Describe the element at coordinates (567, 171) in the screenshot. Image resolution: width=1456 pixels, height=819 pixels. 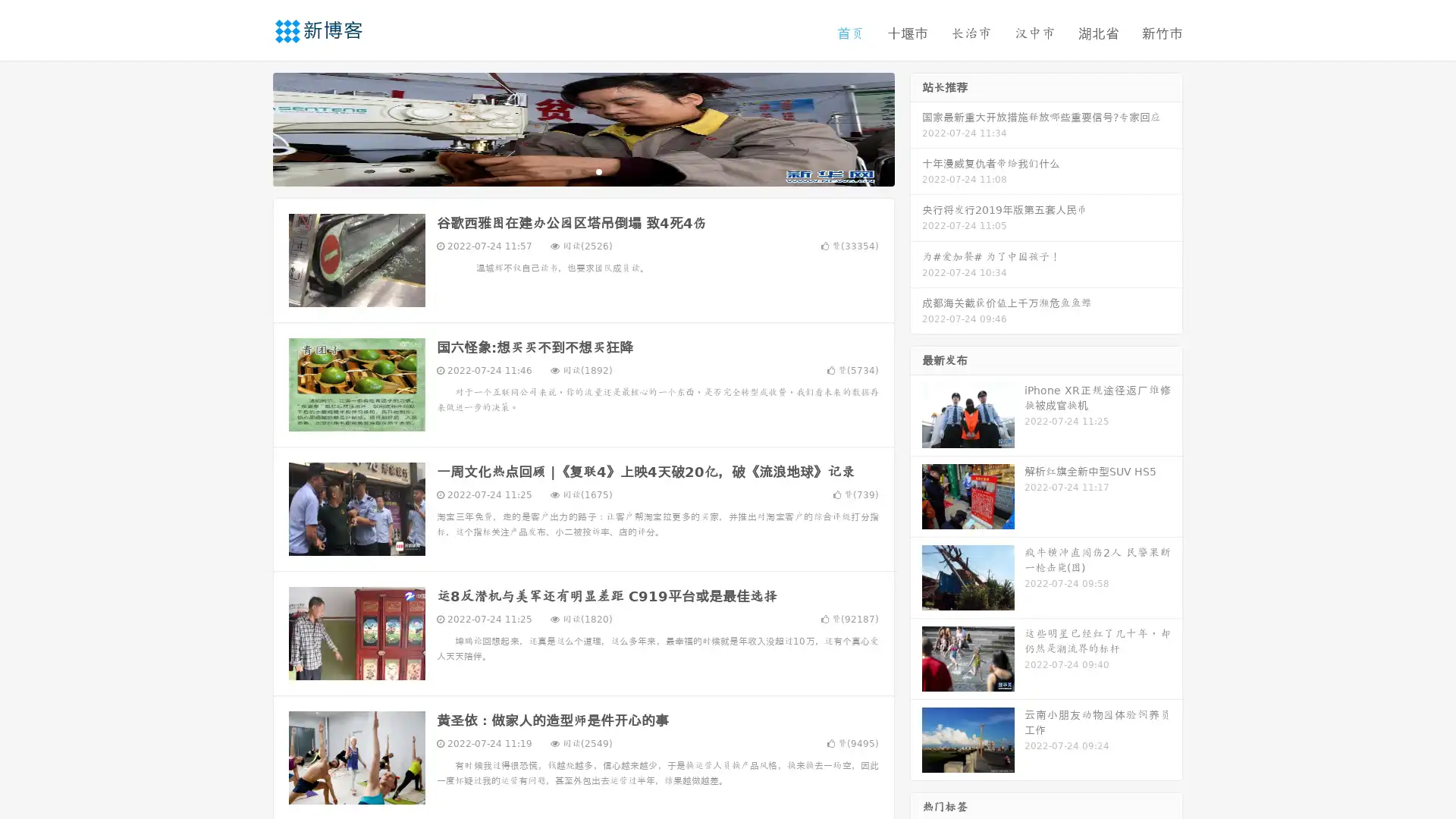
I see `Go to slide 1` at that location.